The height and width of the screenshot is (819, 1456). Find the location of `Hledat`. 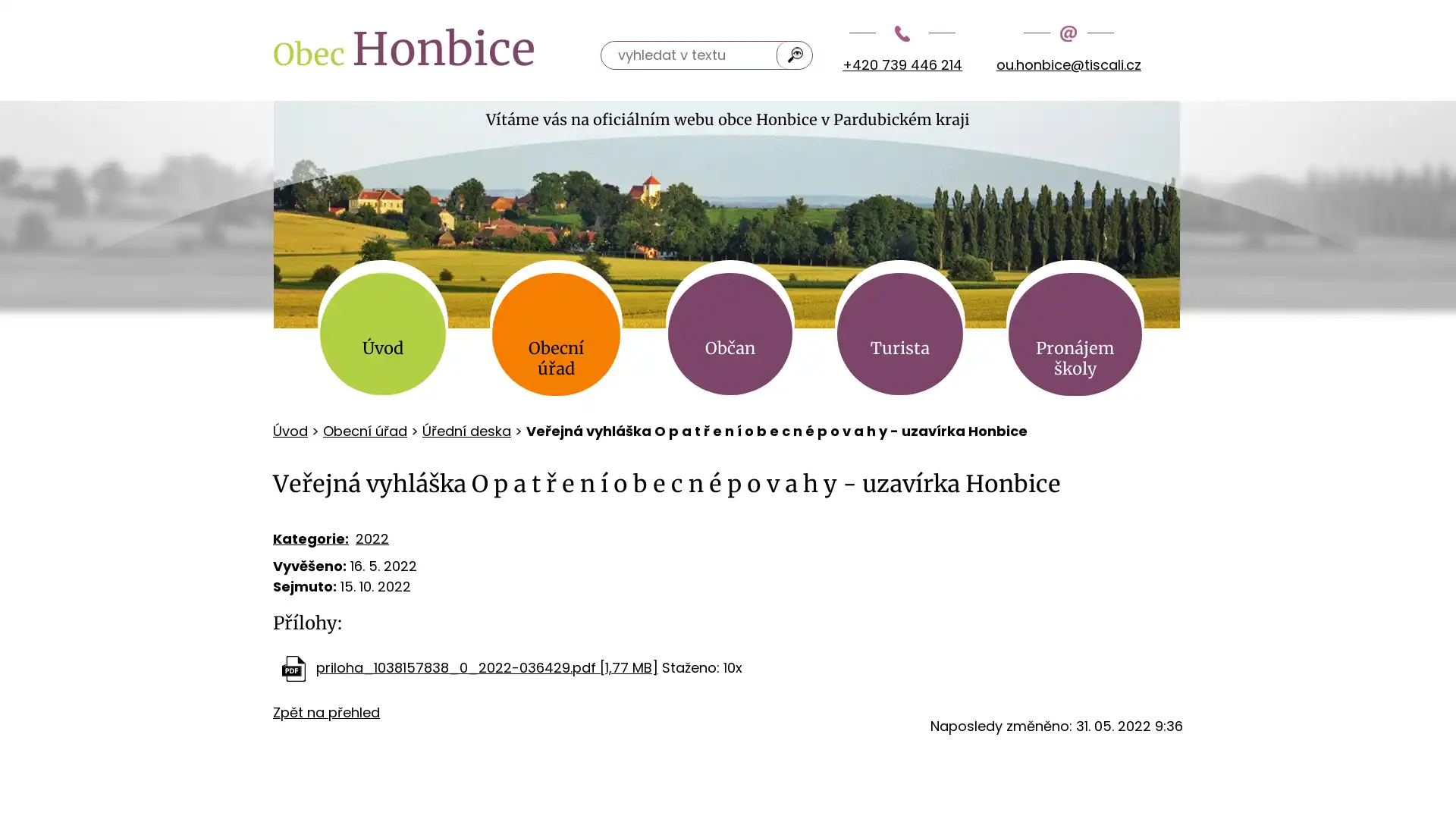

Hledat is located at coordinates (795, 54).